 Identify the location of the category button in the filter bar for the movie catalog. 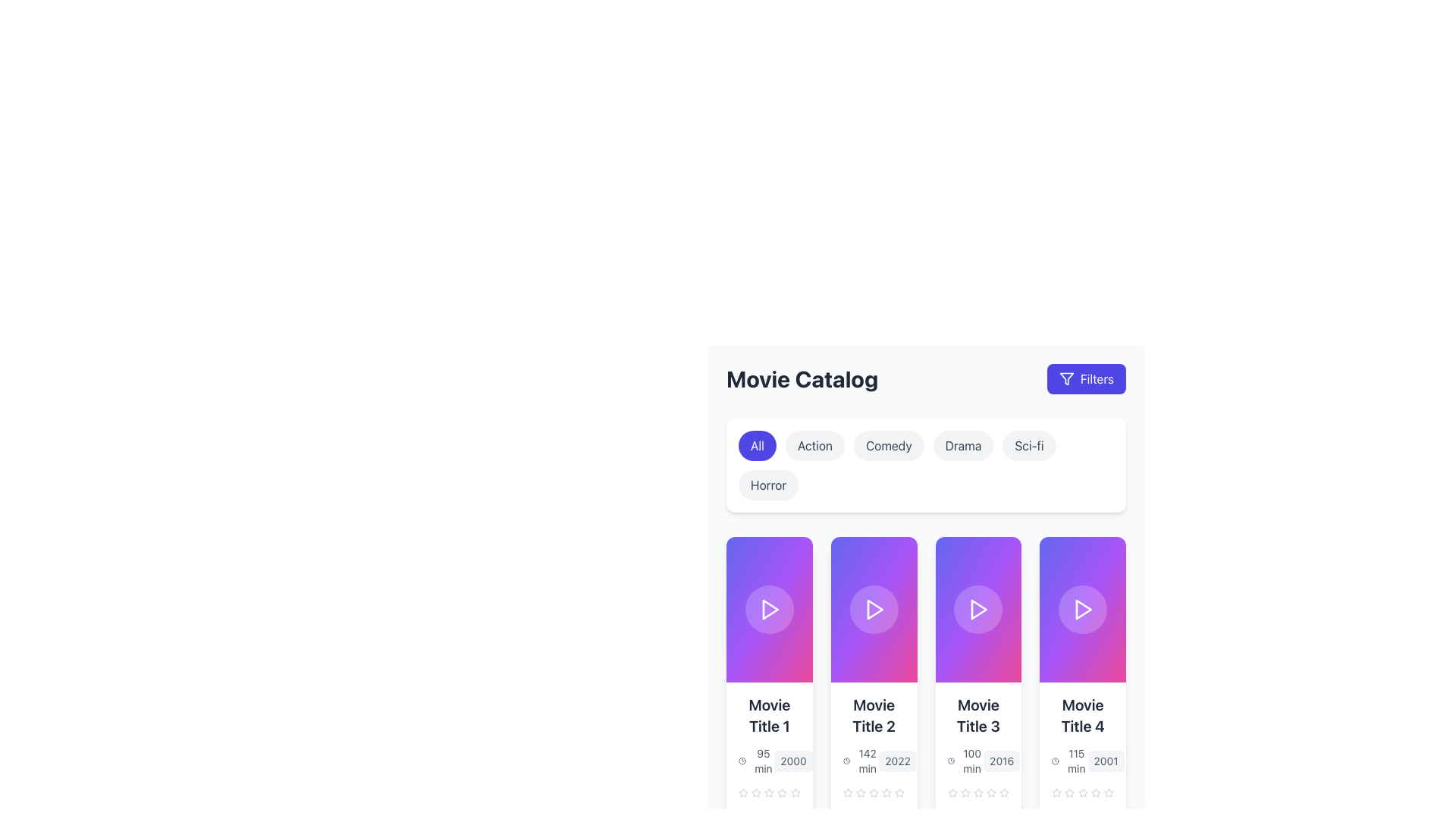
(925, 464).